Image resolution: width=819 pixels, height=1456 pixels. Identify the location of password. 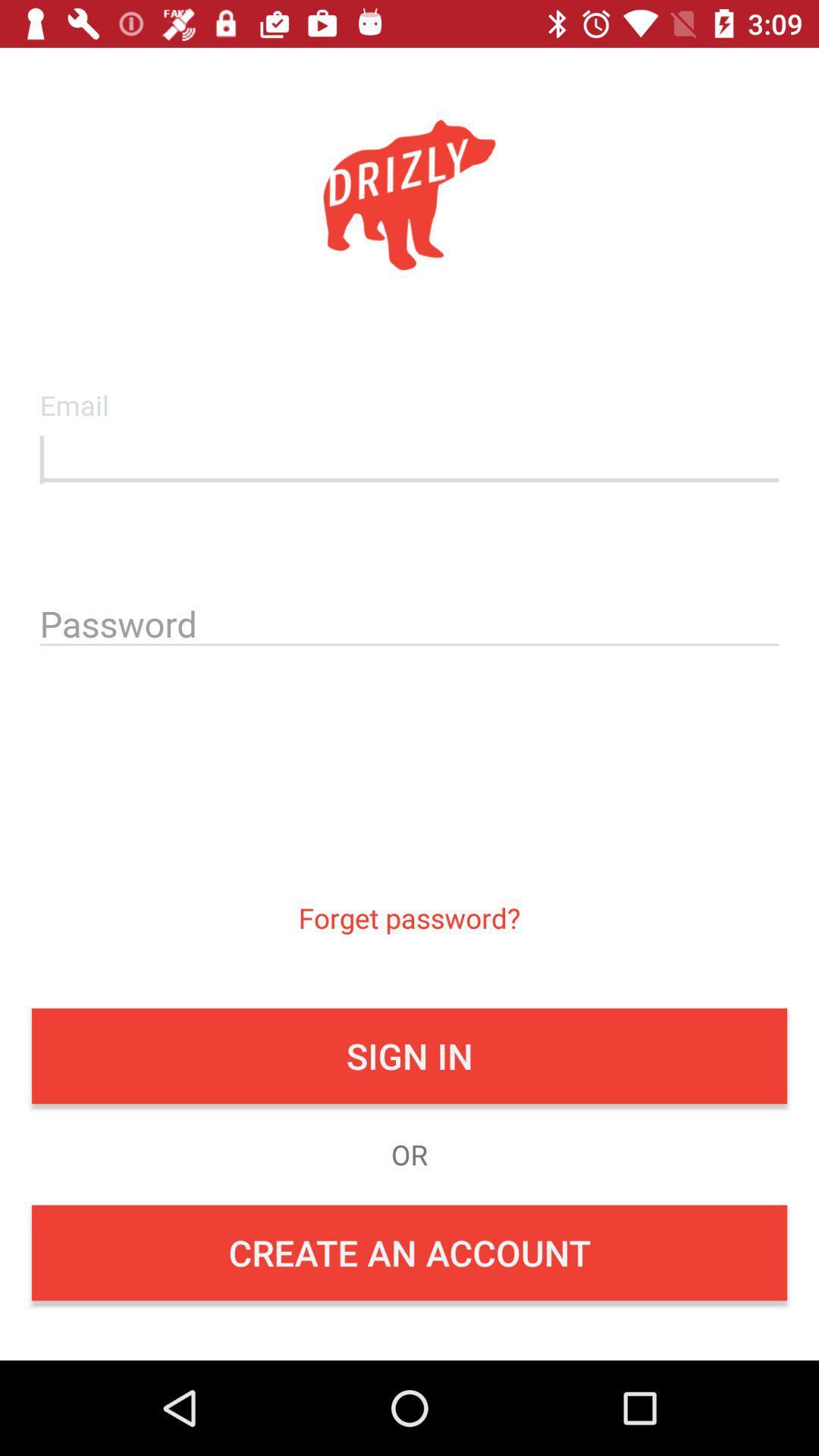
(409, 621).